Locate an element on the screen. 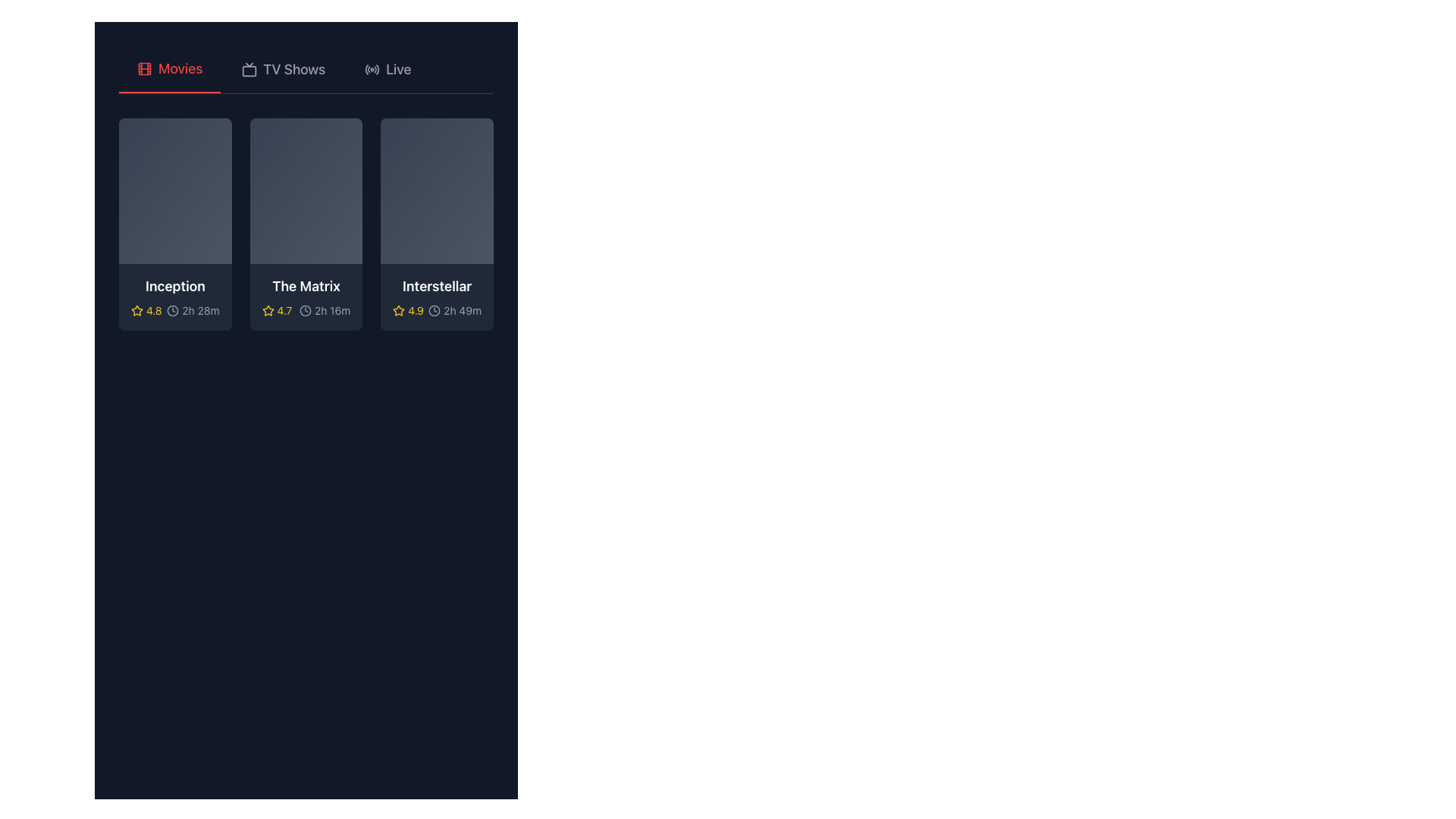  the circular radio icon located within the 'Live' navigation tab, which features a concentric circles design styled as an outline is located at coordinates (372, 70).